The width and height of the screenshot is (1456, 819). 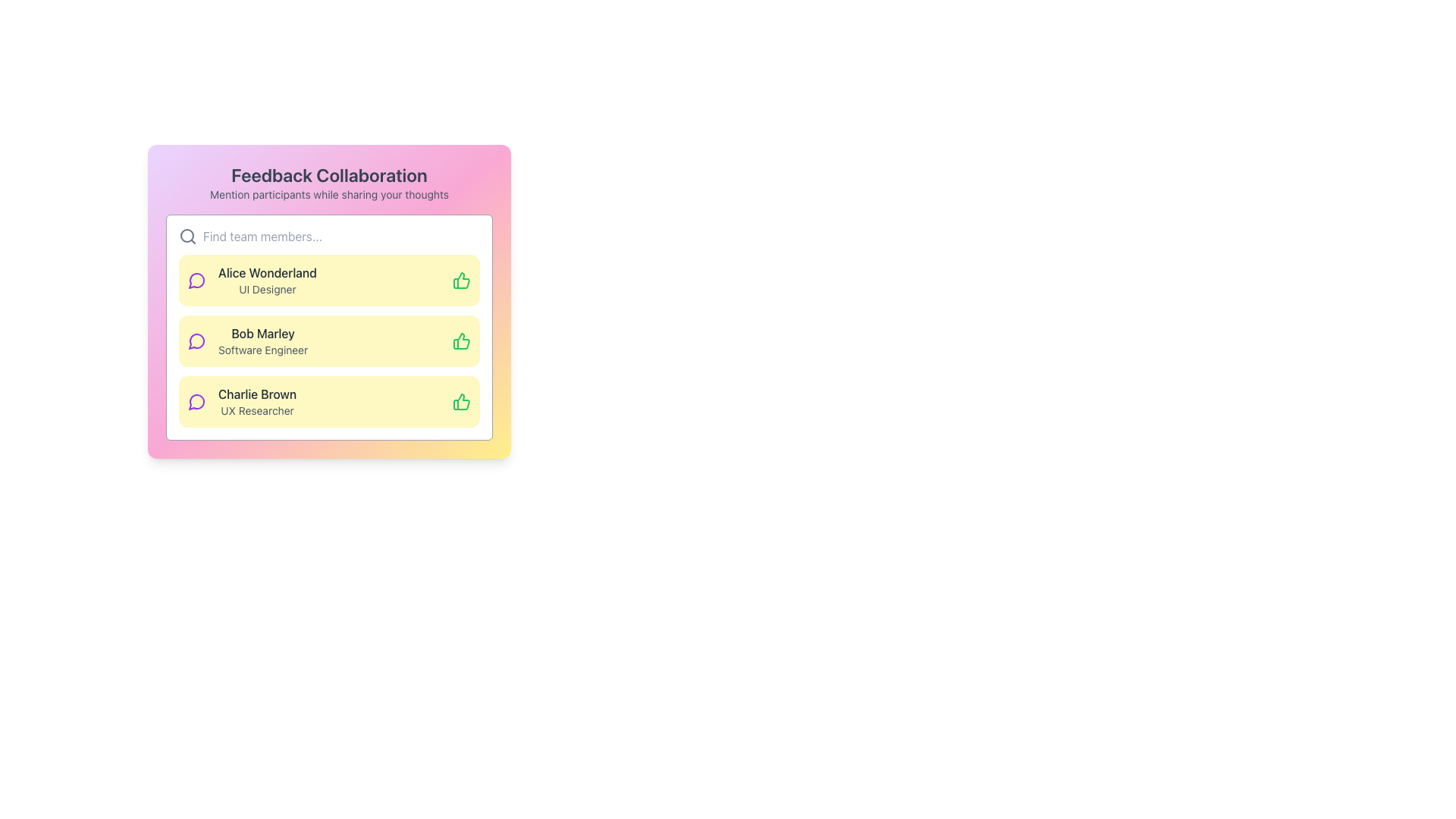 I want to click on the green thumbs-up graphical icon located in the second user row of the feedback list, next to 'Bob Marley - Software Engineer', to potentially reveal additional information, so click(x=460, y=400).